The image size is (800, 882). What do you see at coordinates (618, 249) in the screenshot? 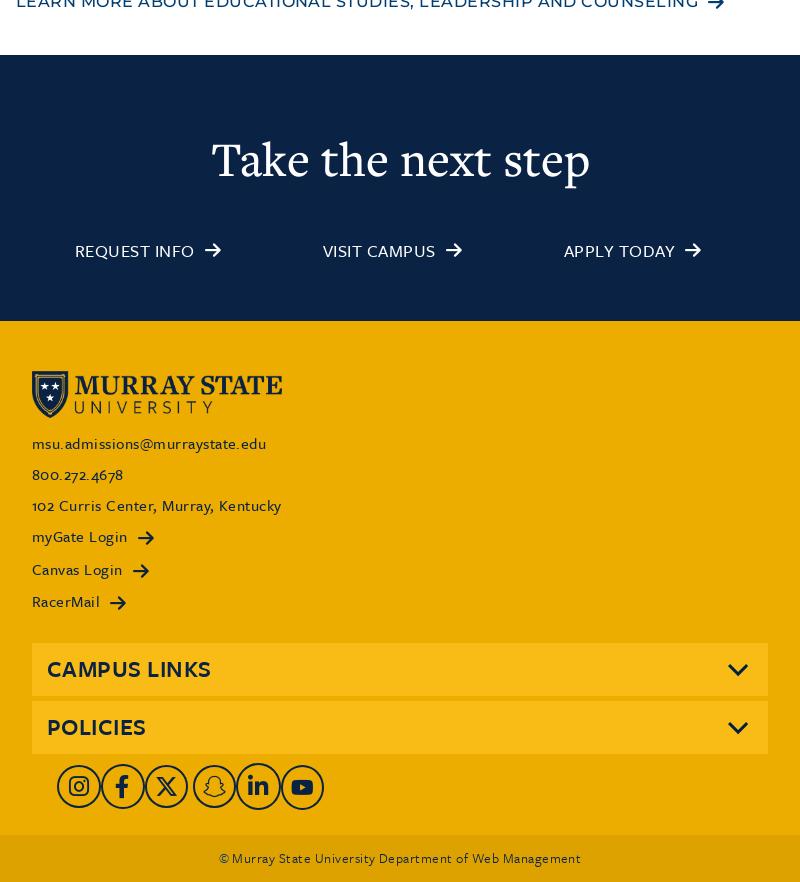
I see `'Apply Today'` at bounding box center [618, 249].